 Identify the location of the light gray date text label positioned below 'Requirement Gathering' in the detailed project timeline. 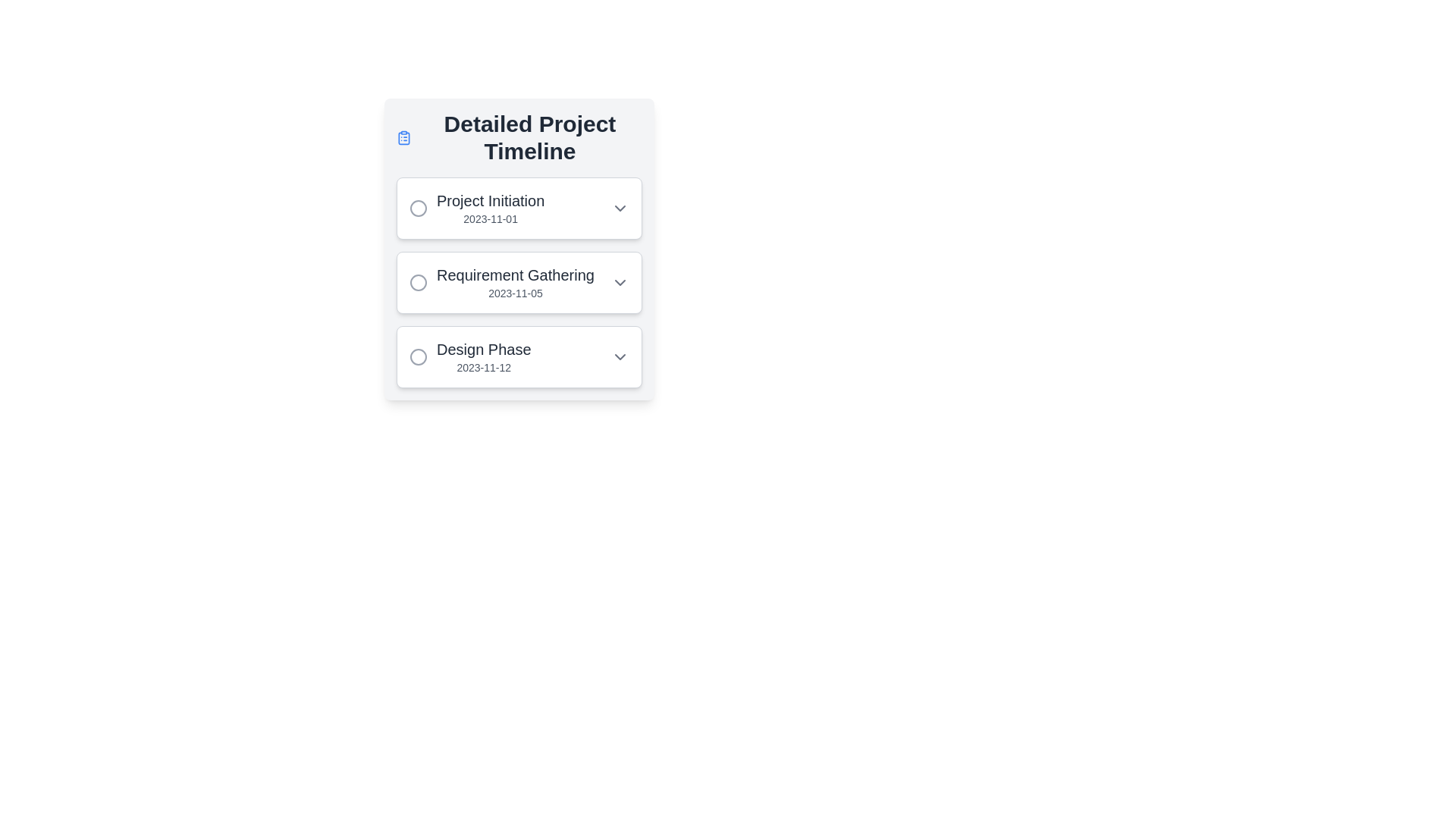
(515, 293).